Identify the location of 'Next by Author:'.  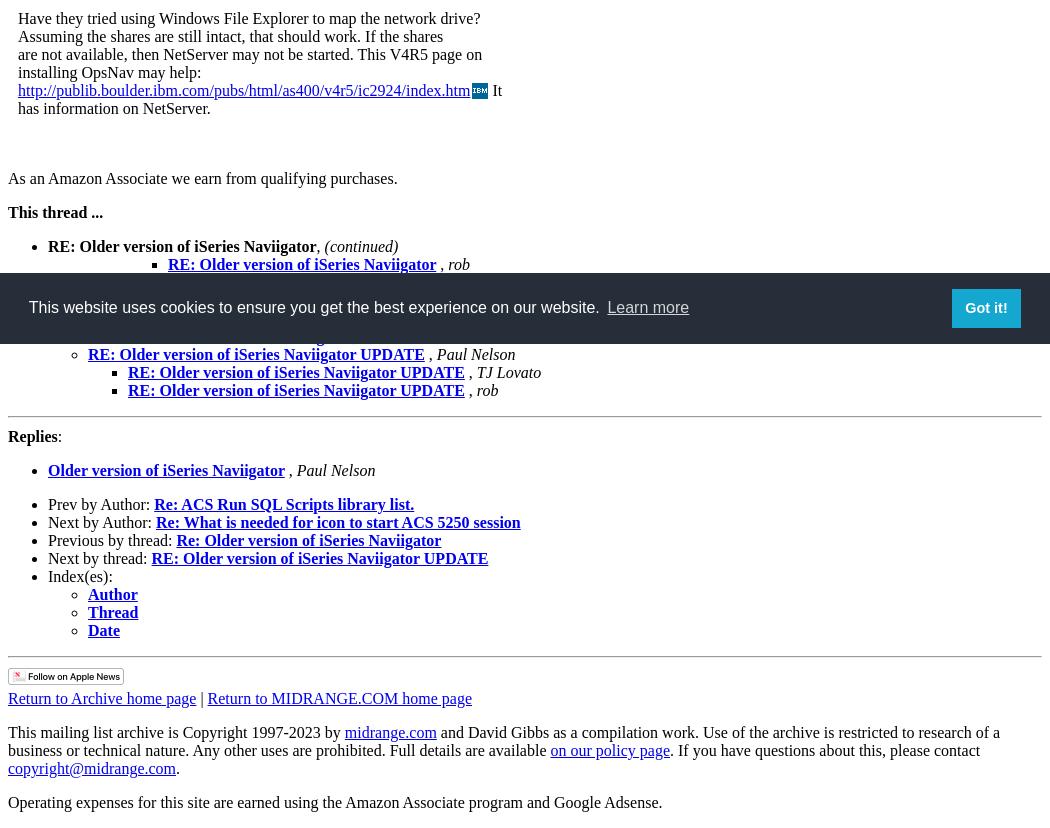
(101, 521).